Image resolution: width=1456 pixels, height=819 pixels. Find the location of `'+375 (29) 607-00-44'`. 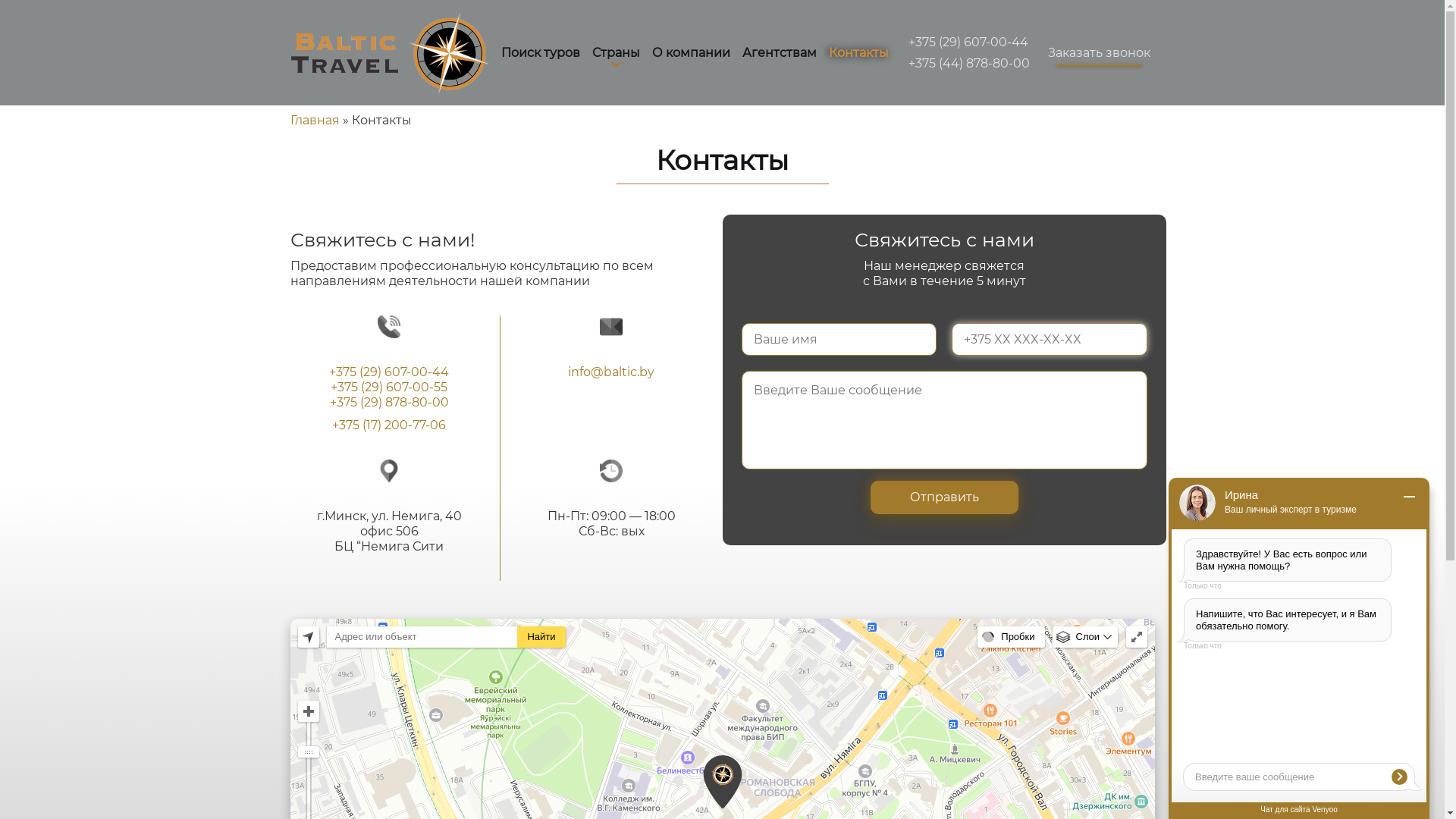

'+375 (29) 607-00-44' is located at coordinates (967, 41).